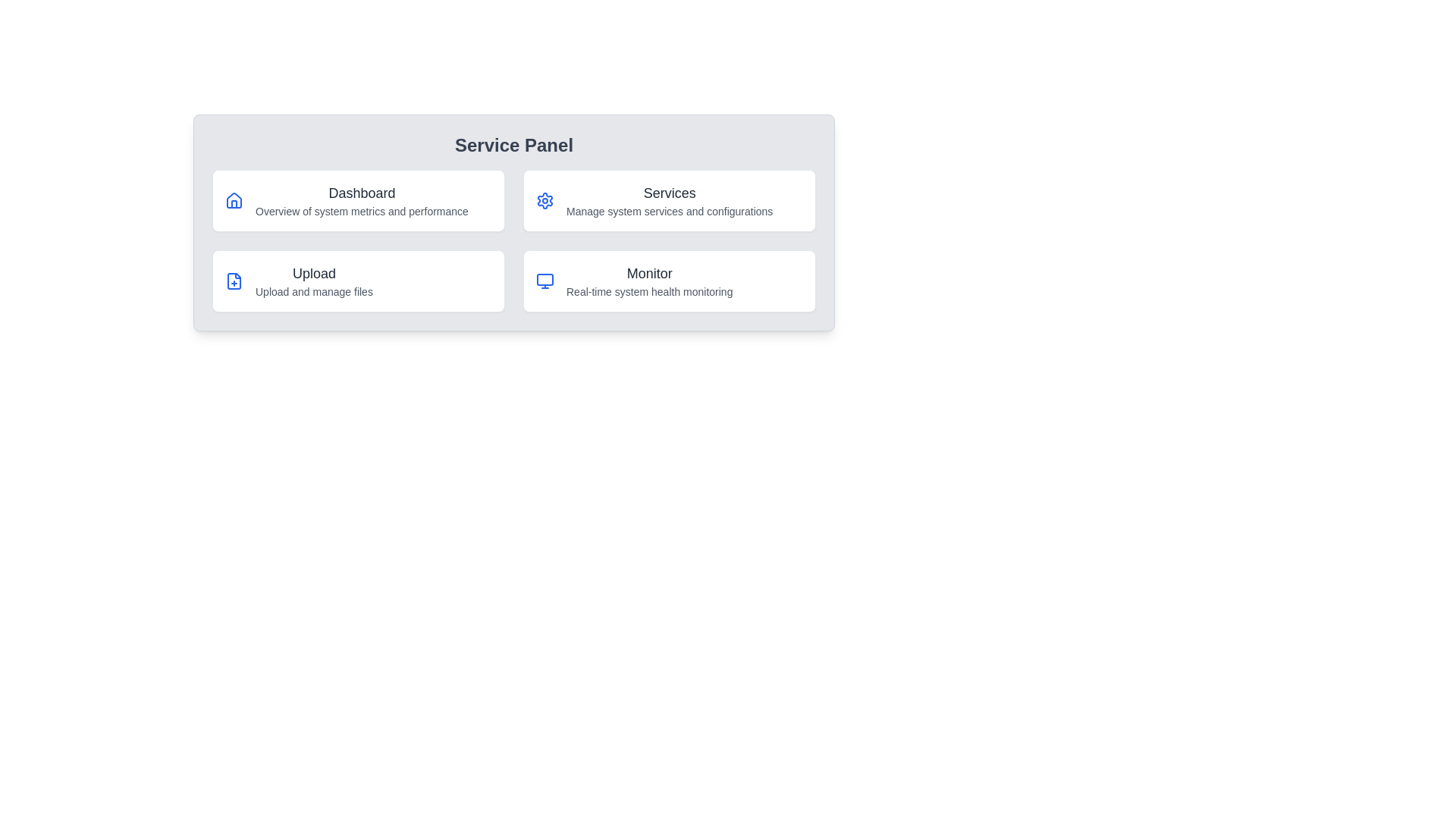 This screenshot has width=1456, height=819. I want to click on the Dashboard icon located in the top-left quadrant of the Service Panel, which symbolizes a high-level overview of the service, so click(233, 199).